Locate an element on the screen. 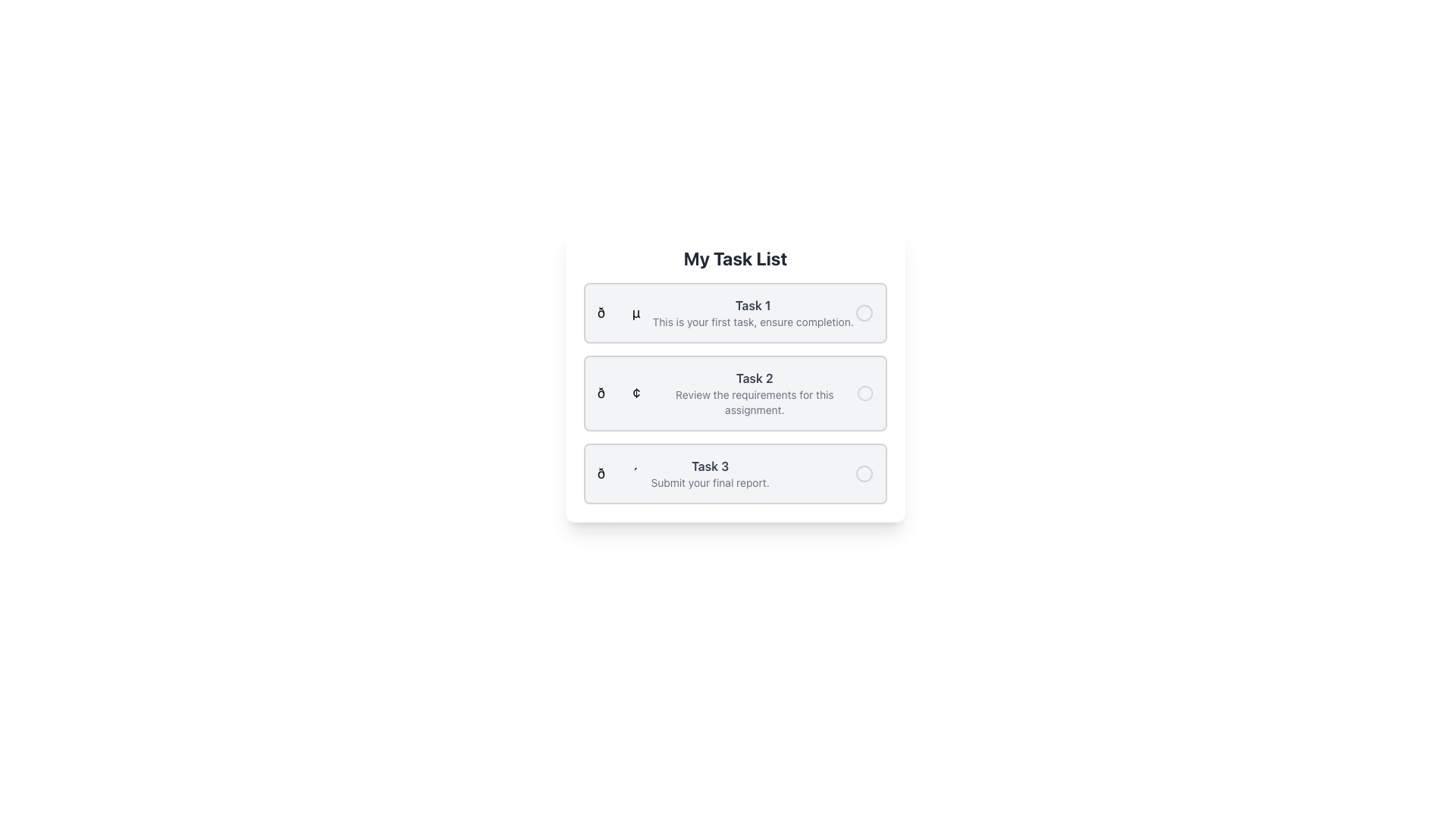  the text label that reads 'Submit your final report.' located below the title 'Task 3' to indicate a secondary descriptive nature is located at coordinates (709, 482).